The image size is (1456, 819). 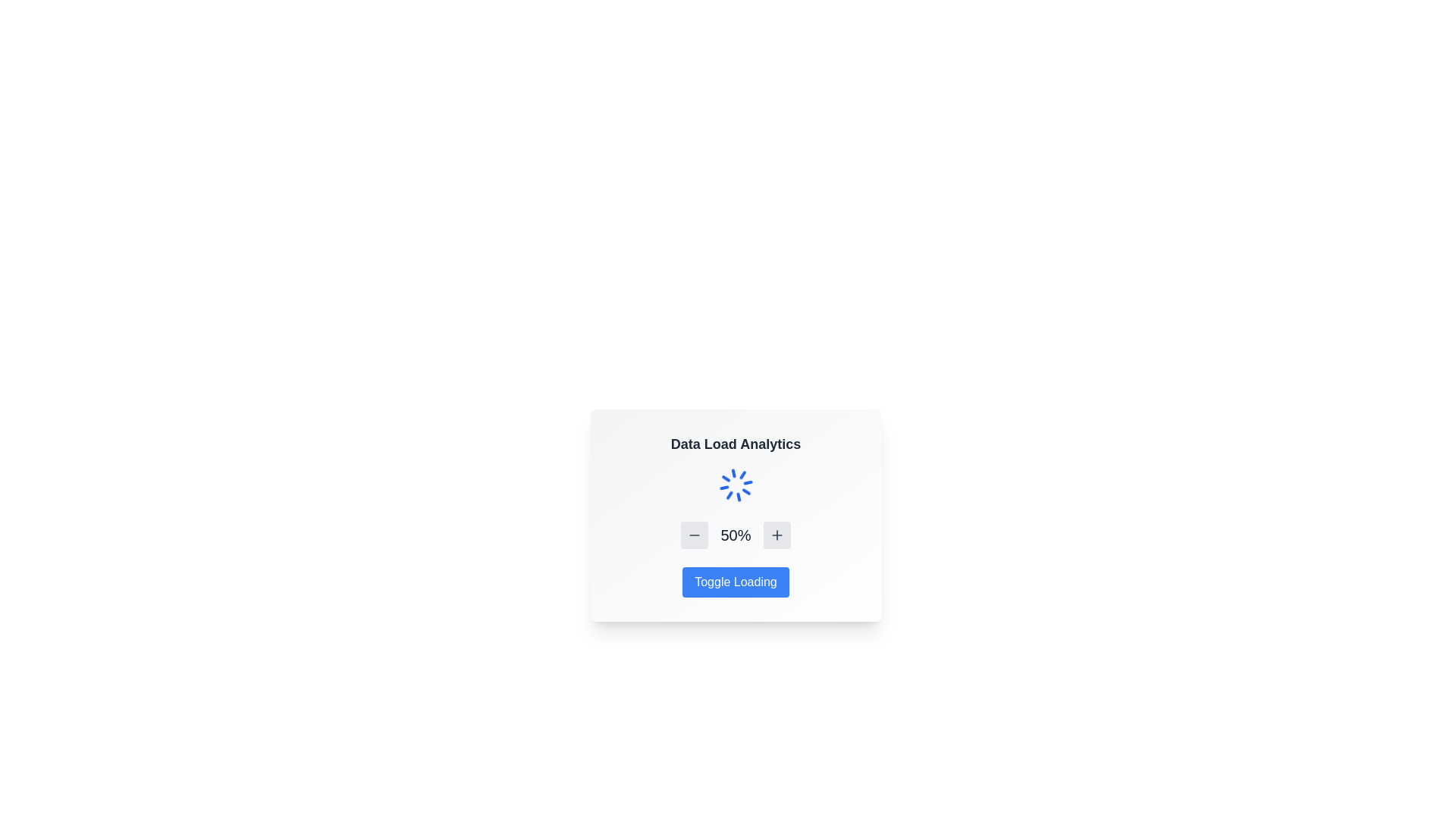 What do you see at coordinates (736, 485) in the screenshot?
I see `the Spinner Icon that indicates a loading or processing state, centrally aligned above the '50%' adjustment controls` at bounding box center [736, 485].